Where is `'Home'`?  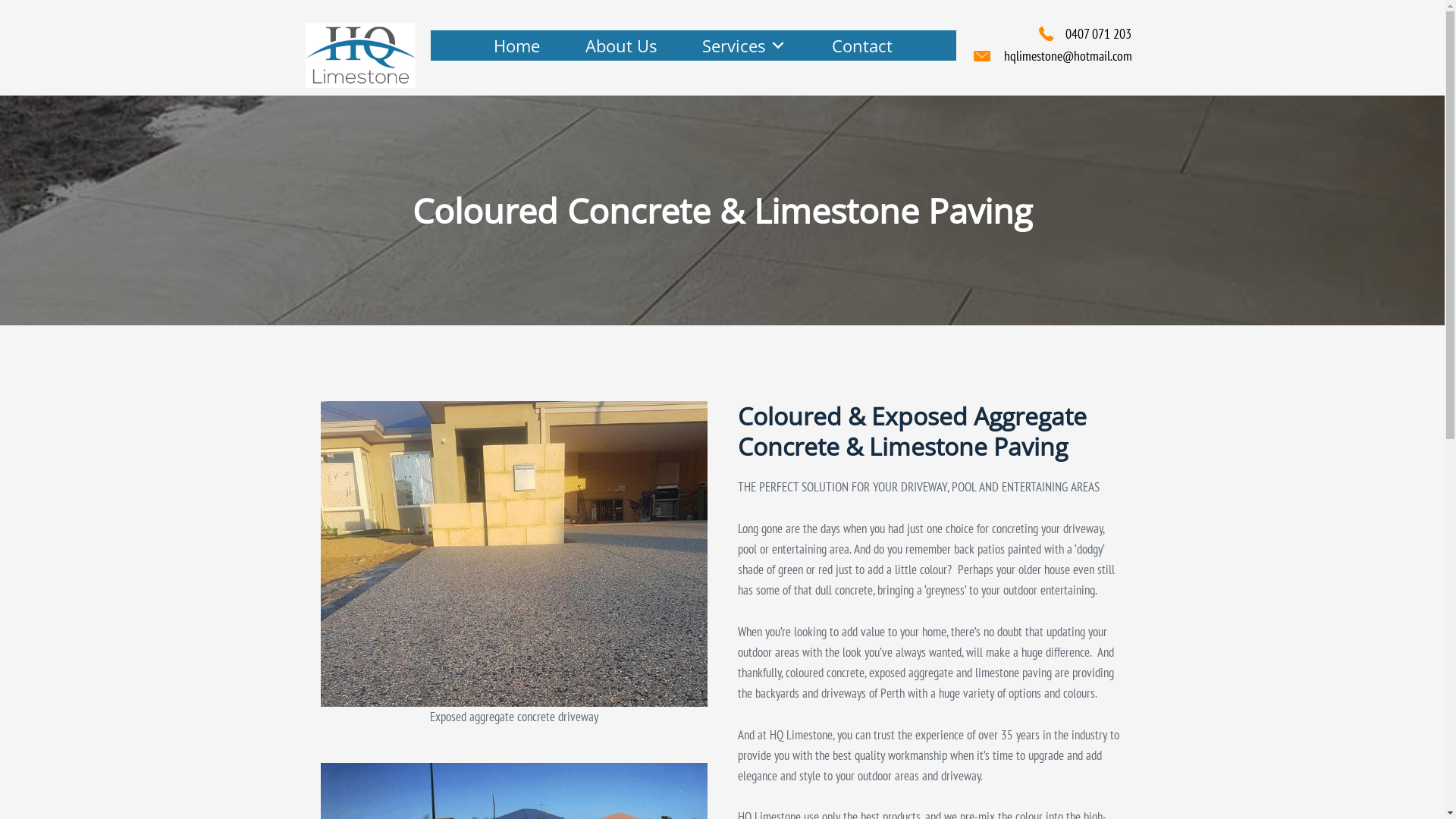
'Home' is located at coordinates (516, 45).